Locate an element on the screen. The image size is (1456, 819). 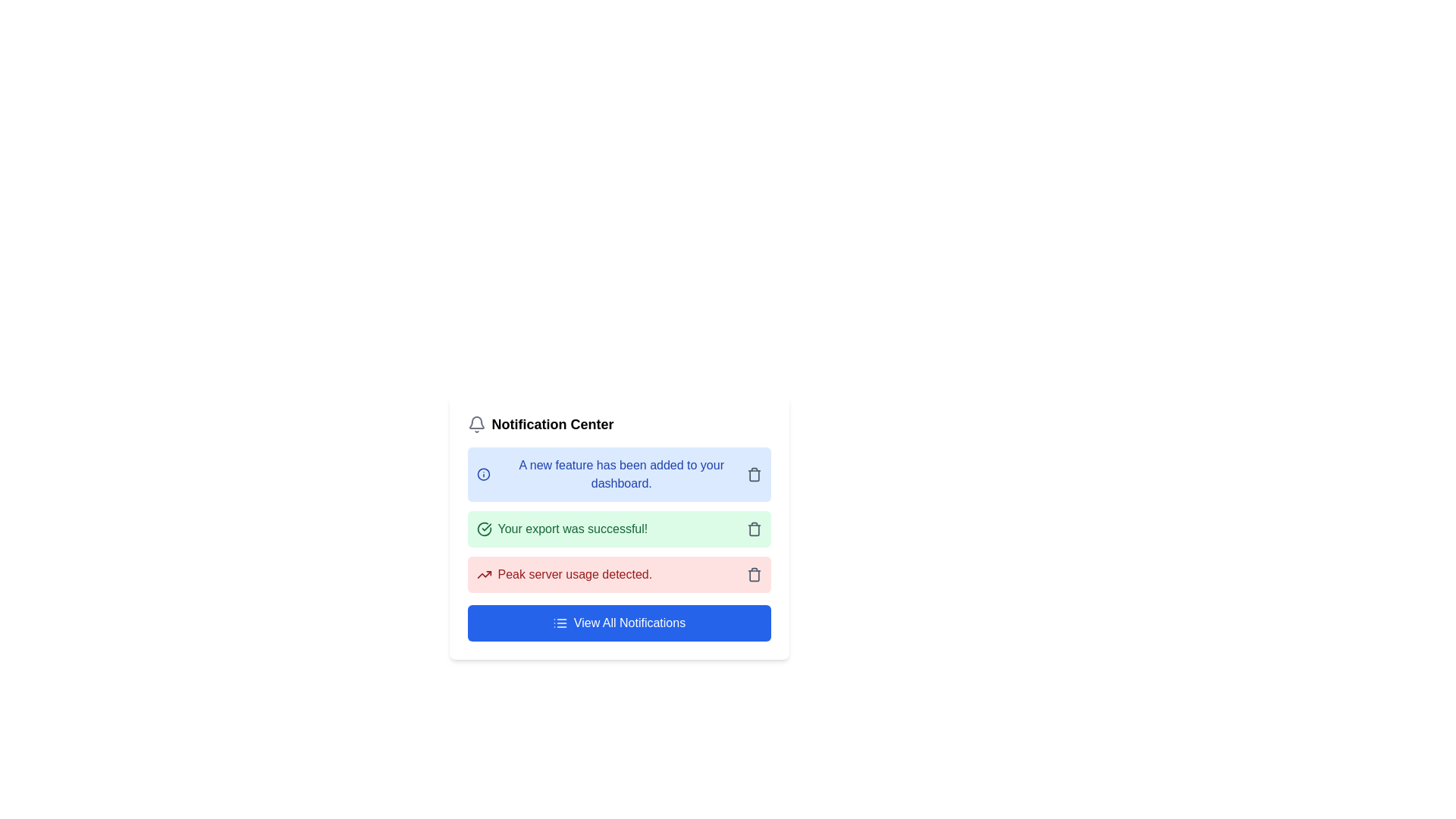
the trash bin icon located in the bottom-right corner of the notification box is located at coordinates (754, 576).